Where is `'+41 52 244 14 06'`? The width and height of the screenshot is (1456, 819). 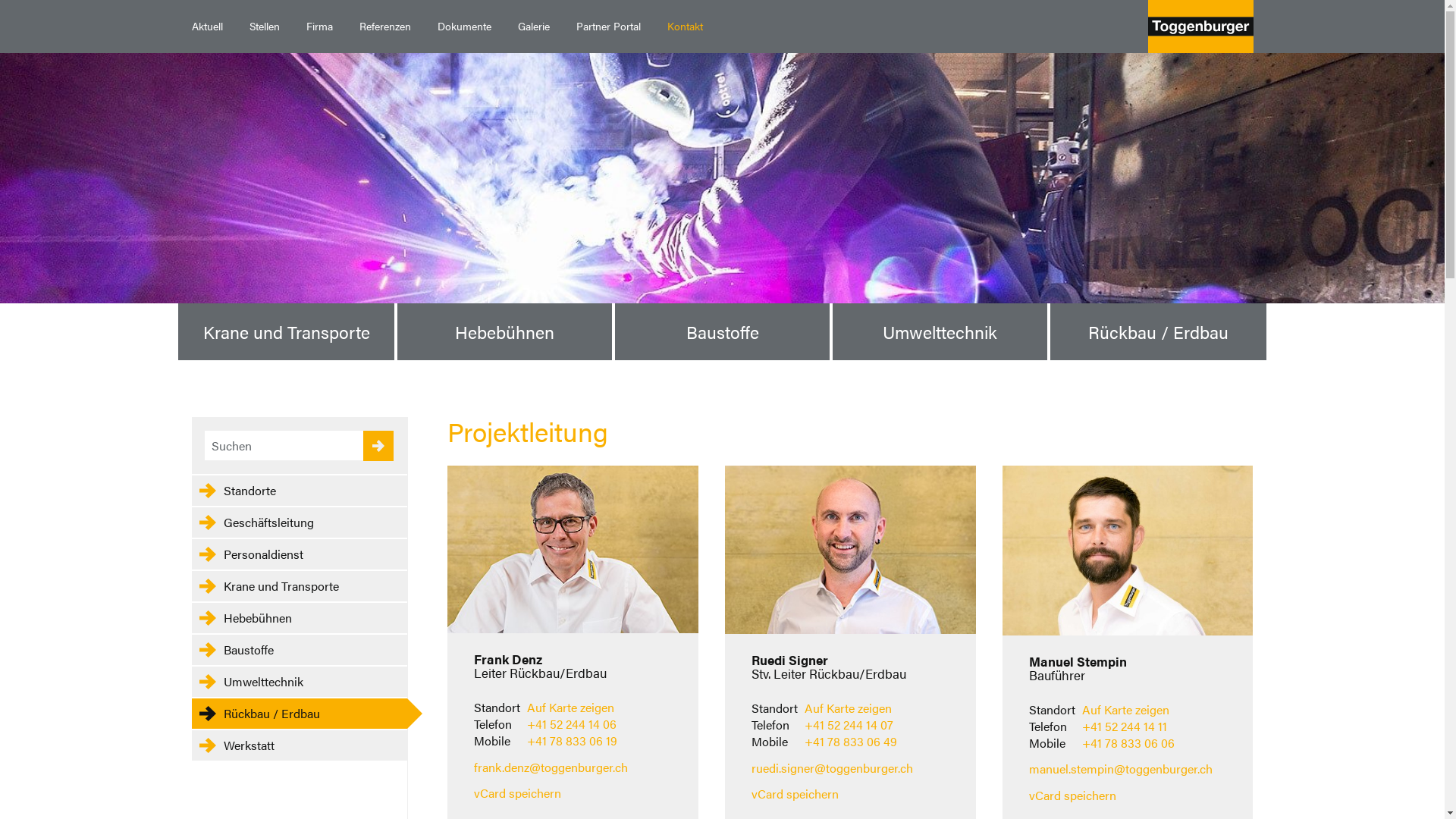 '+41 52 244 14 06' is located at coordinates (570, 723).